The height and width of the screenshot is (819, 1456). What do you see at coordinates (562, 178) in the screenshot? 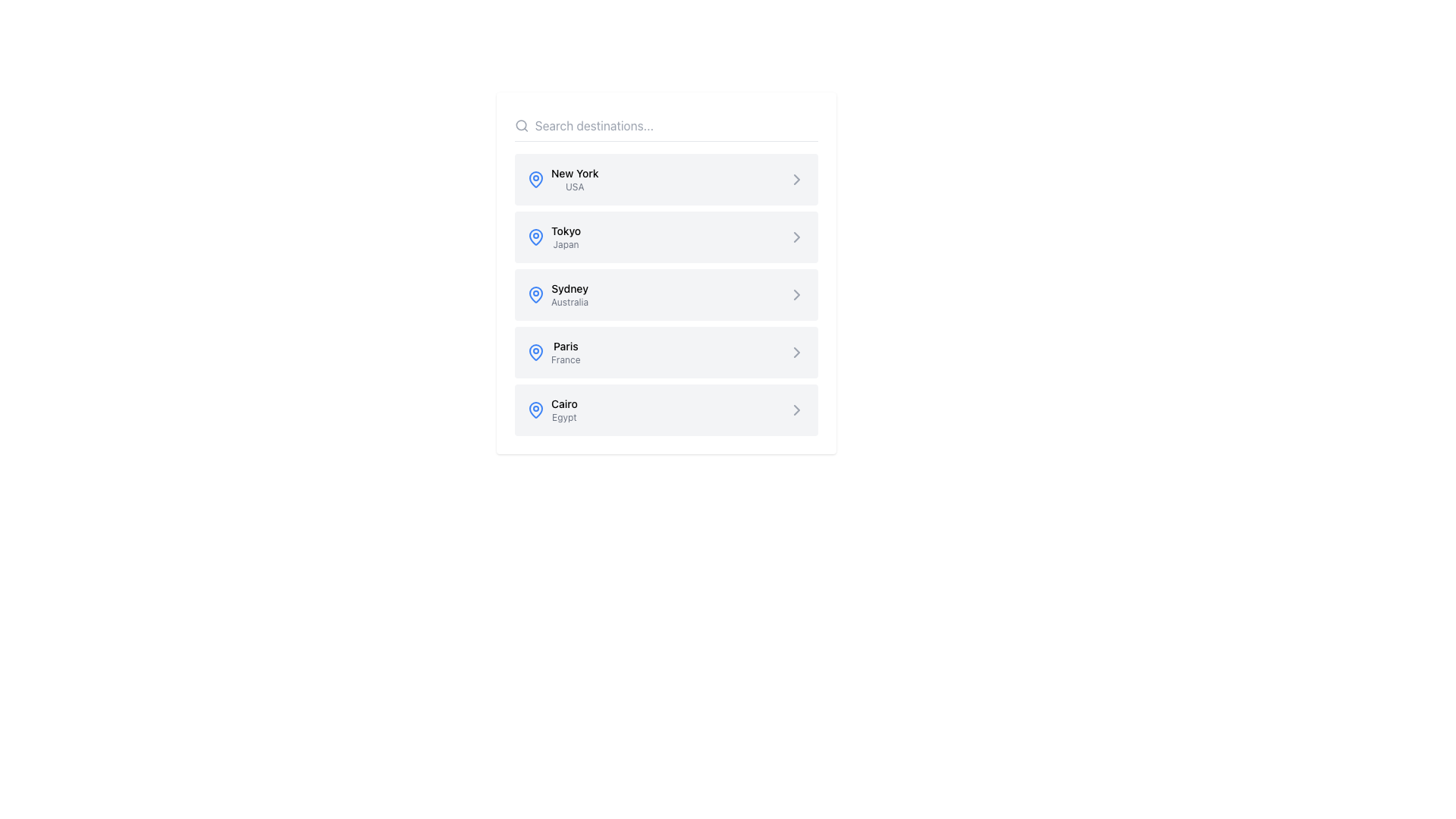
I see `the 'New York' text with the blue location pin icon in the first list item of the vertical destinations menu` at bounding box center [562, 178].